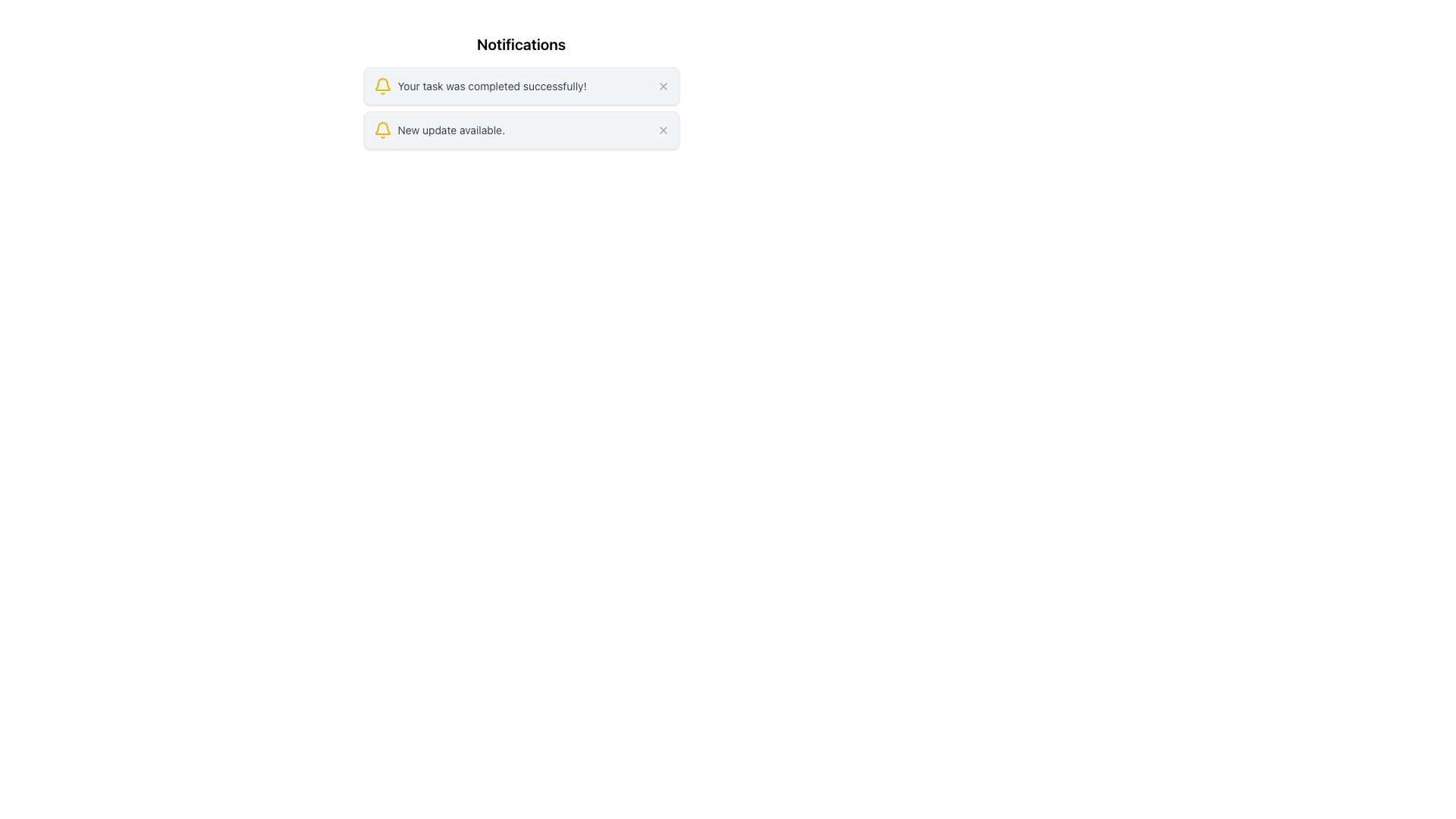 Image resolution: width=1456 pixels, height=819 pixels. I want to click on the text notification label that informs the user of new update availability, which is centrally located below the first notification in the grouped section of notifications, so click(438, 130).